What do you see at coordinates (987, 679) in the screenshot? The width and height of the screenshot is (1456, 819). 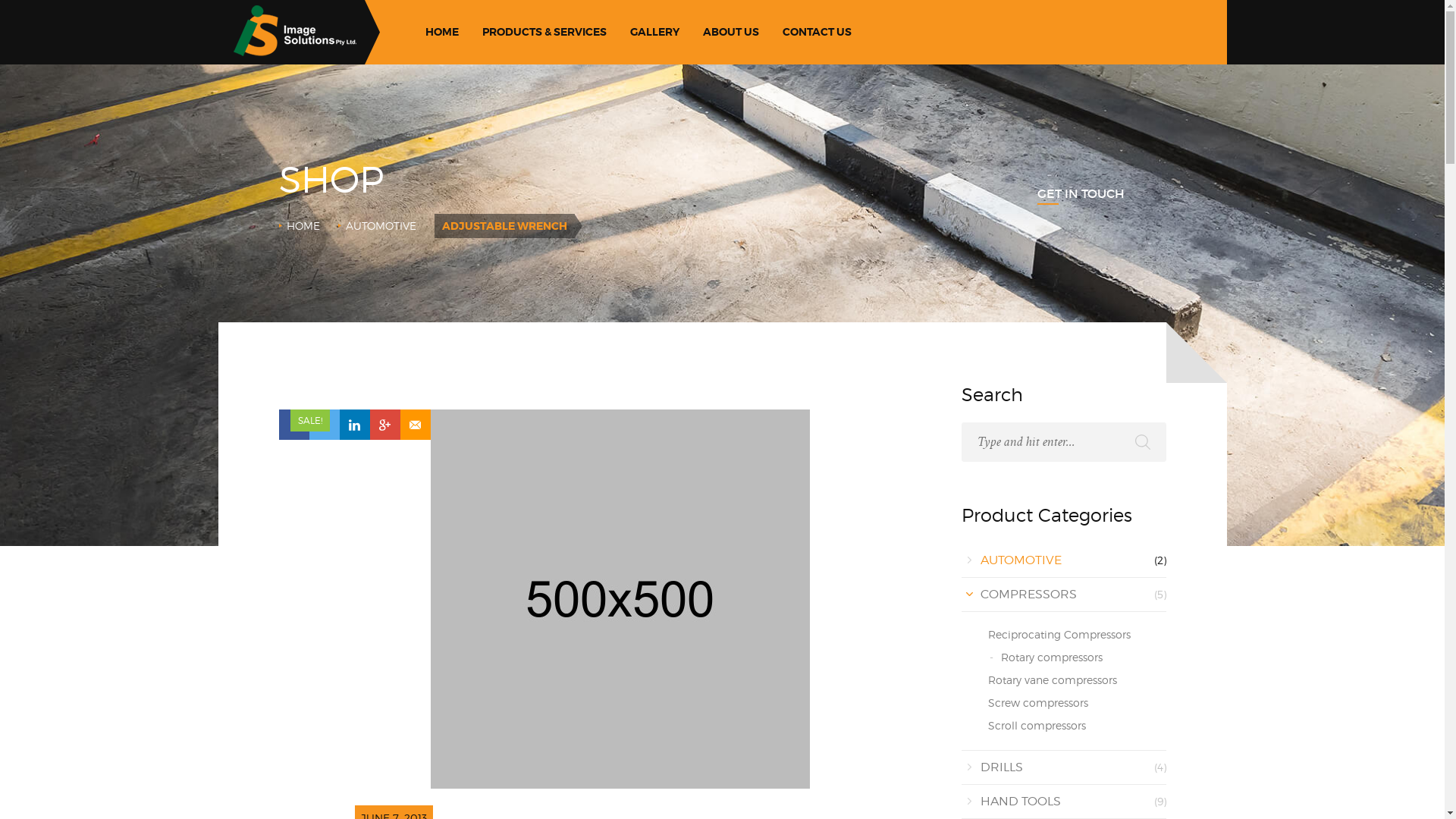 I see `'Rotary vane compressors'` at bounding box center [987, 679].